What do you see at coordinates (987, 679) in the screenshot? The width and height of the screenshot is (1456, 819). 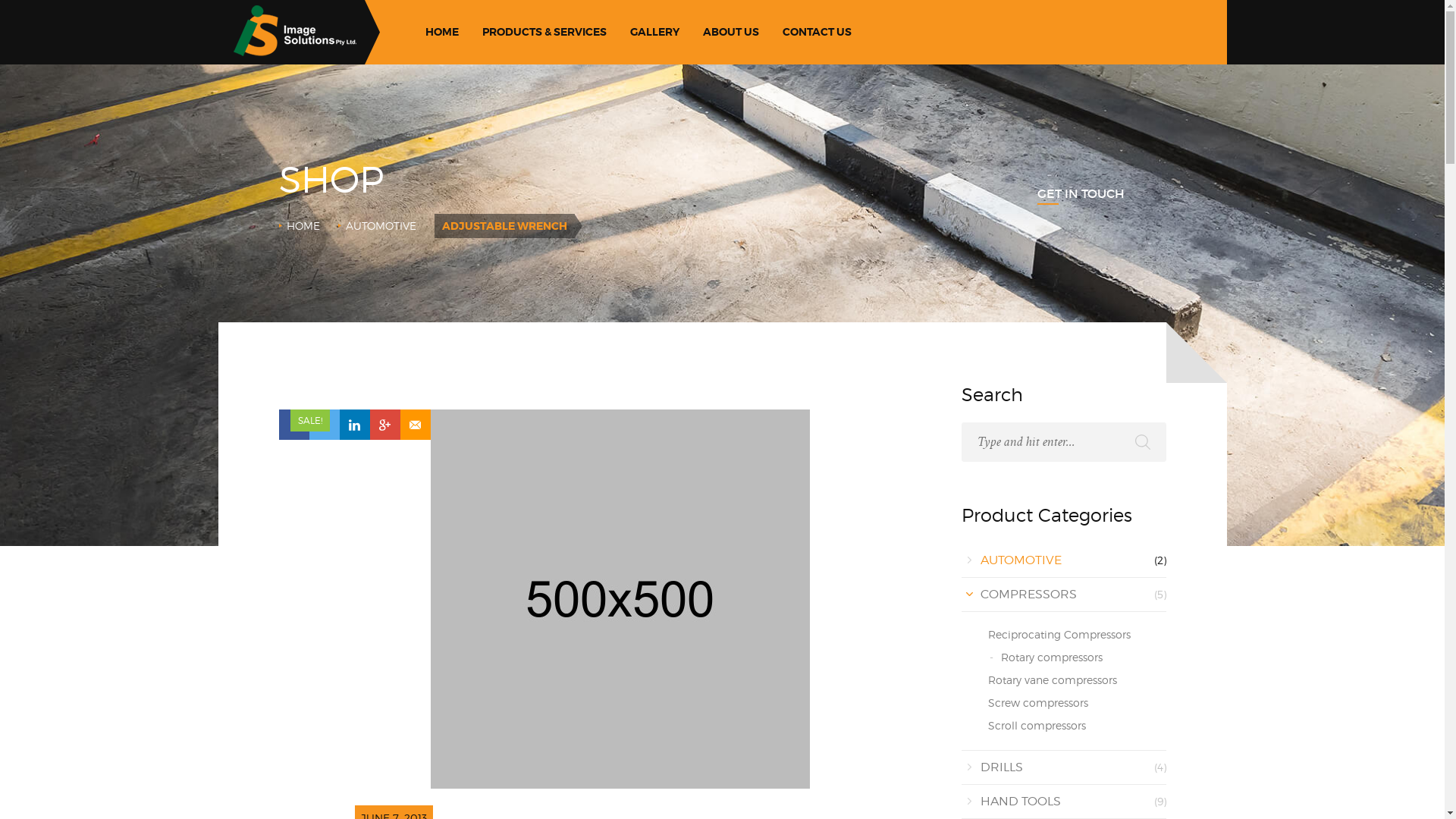 I see `'Rotary vane compressors'` at bounding box center [987, 679].